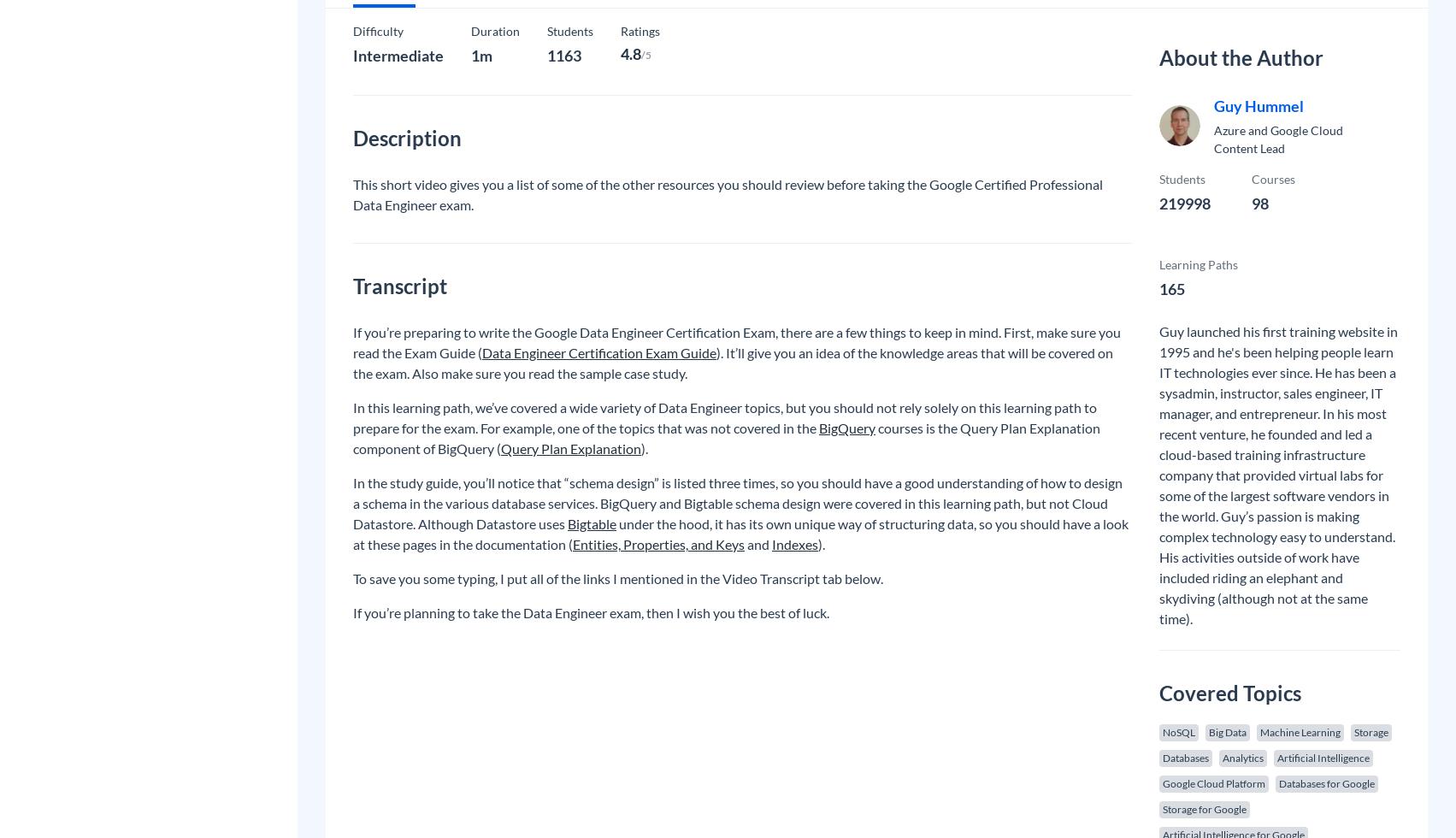  I want to click on 'Guy launched his first training website in 1995 and he's been helping people learn IT technologies ever since. He has been a sysadmin, instructor, sales engineer, IT manager, and entrepreneur. In his most recent venture, he founded and led a cloud-based training infrastructure company that provided virtual labs for some of the largest software vendors in the world. Guy’s passion is making complex technology easy to understand. His activities outside of work have included riding an elephant and skydiving (although not at the same time).', so click(1277, 475).